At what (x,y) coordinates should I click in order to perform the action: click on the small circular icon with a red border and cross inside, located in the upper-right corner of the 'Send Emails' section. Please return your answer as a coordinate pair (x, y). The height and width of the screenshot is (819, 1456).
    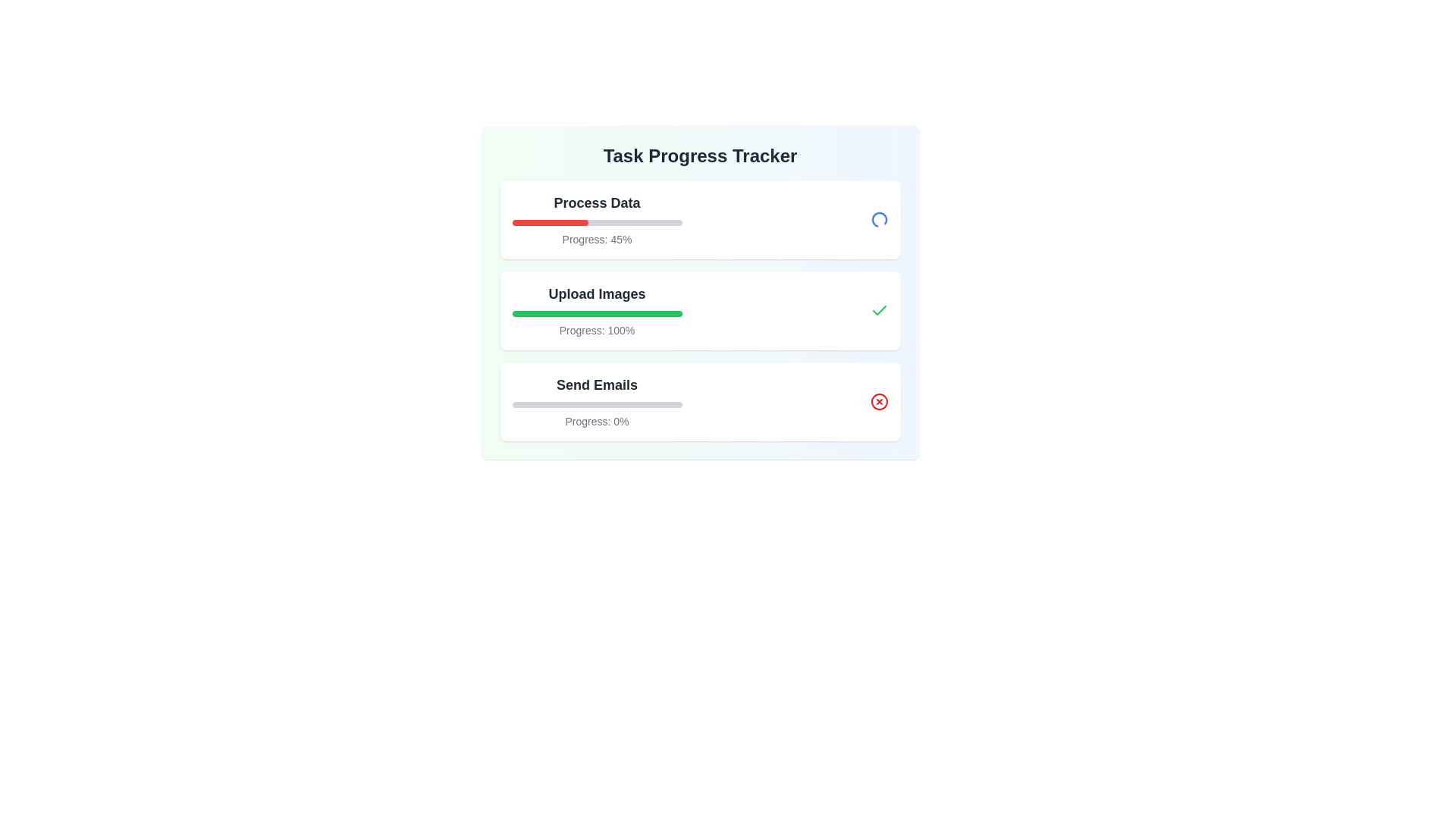
    Looking at the image, I should click on (879, 400).